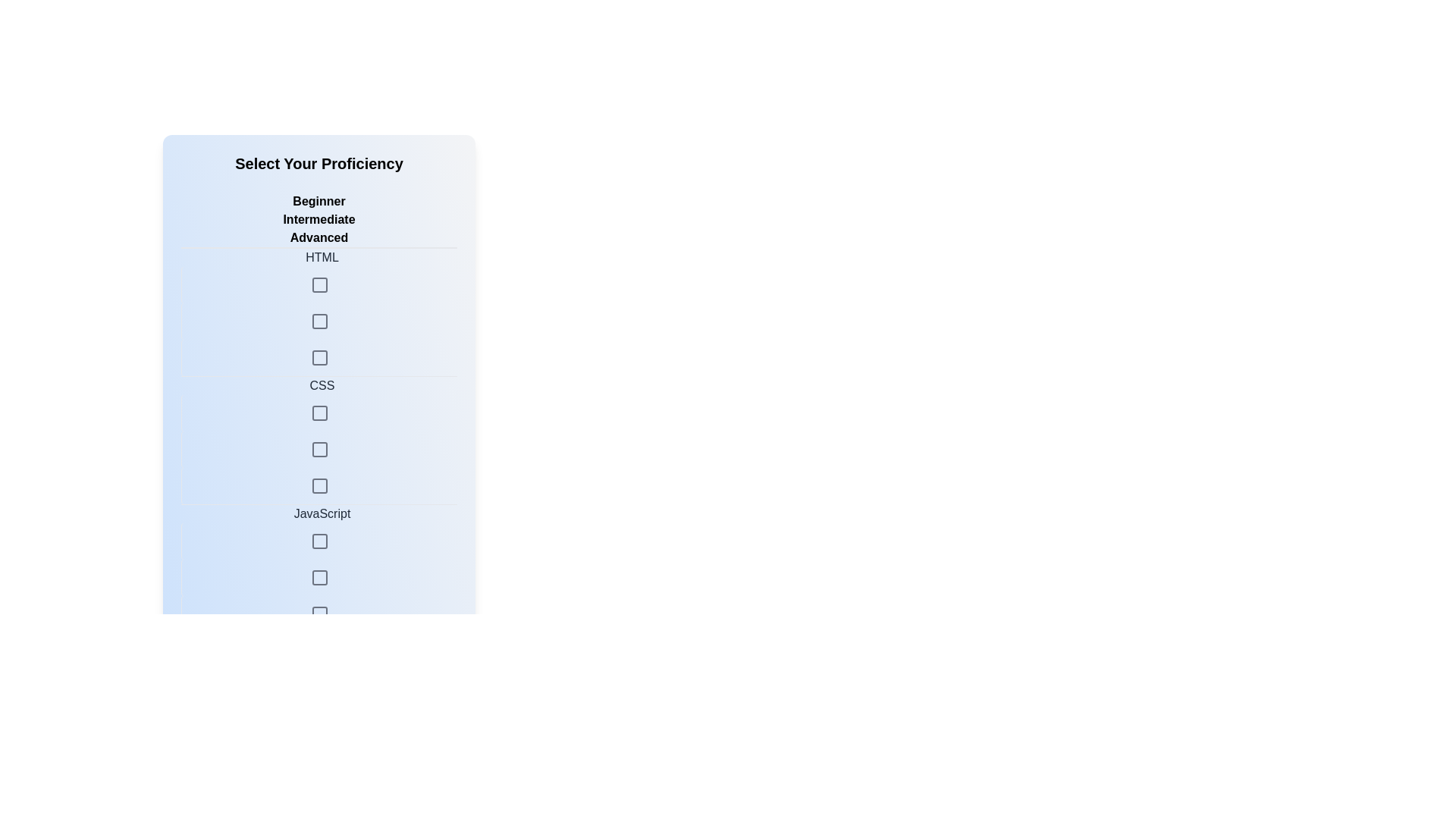 Image resolution: width=1456 pixels, height=819 pixels. What do you see at coordinates (318, 322) in the screenshot?
I see `the skill level Advanced for the skill HTML` at bounding box center [318, 322].